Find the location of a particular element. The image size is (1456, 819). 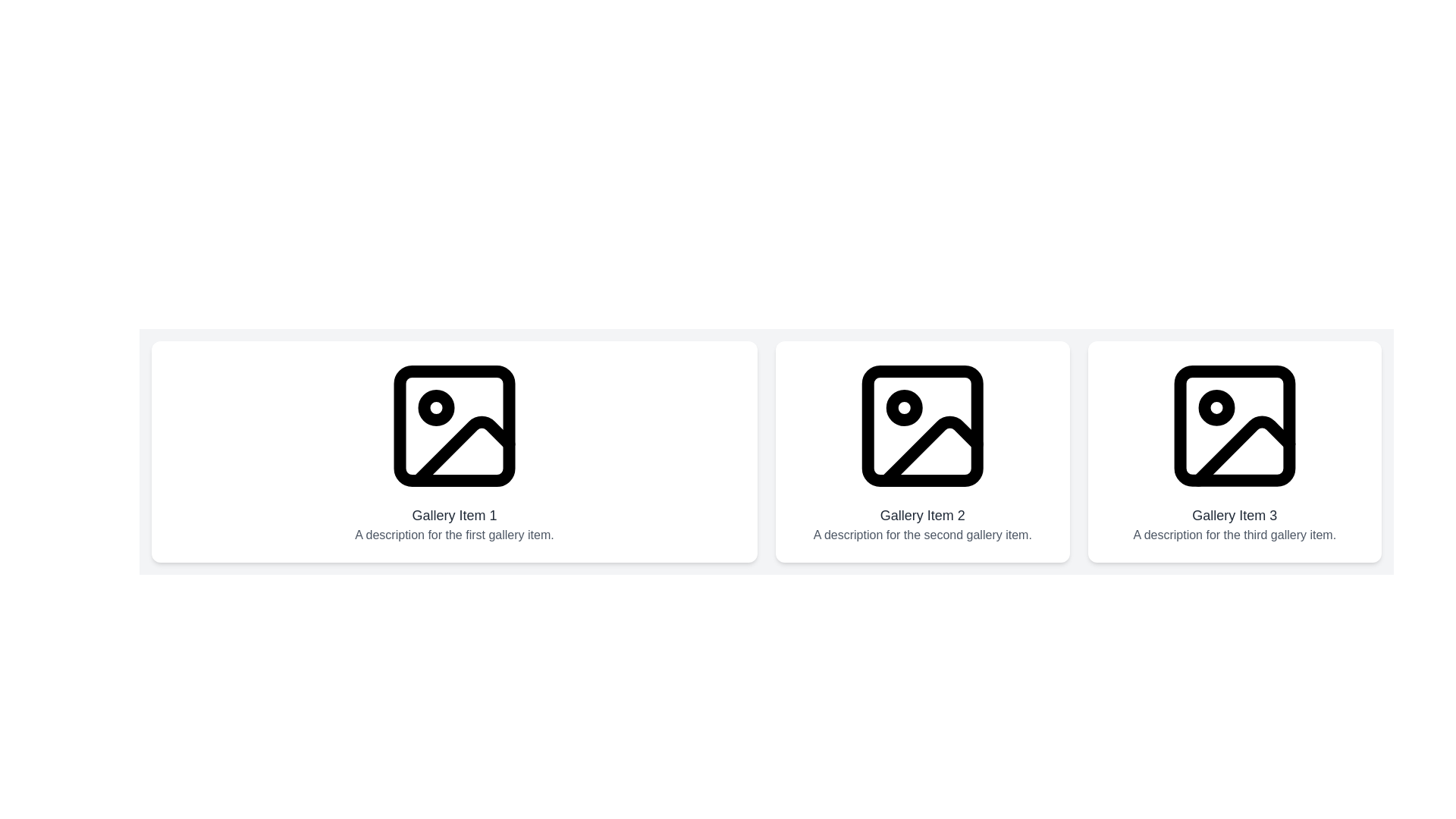

text block that provides a title and description for the first gallery item, located below the image on the leftmost side of the gallery is located at coordinates (453, 523).